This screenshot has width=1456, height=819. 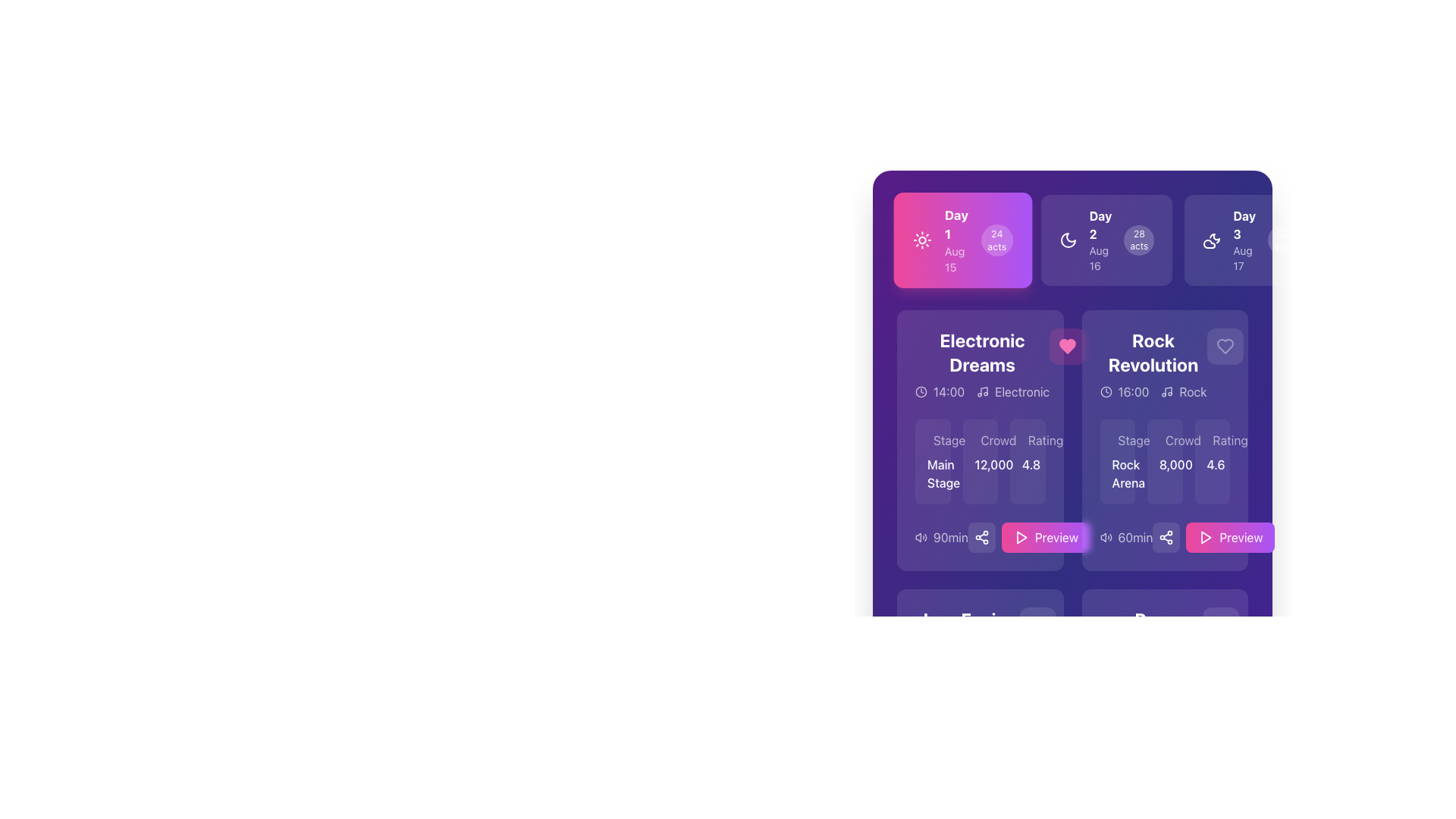 I want to click on the date indicator Label located below 'Day 3' in the top-right area of the interface, so click(x=1244, y=257).